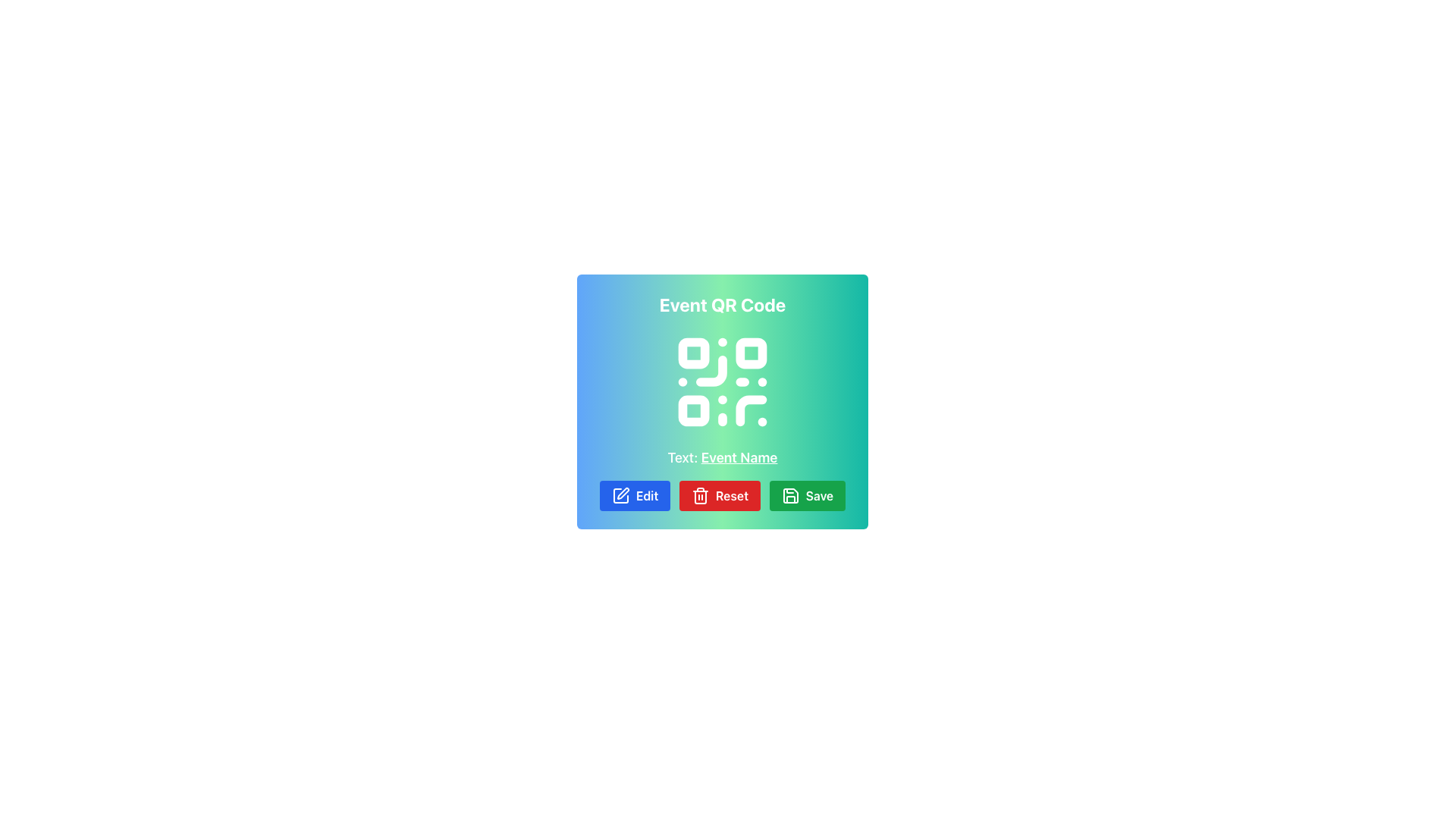 The height and width of the screenshot is (819, 1456). What do you see at coordinates (635, 496) in the screenshot?
I see `the leftmost blue button labeled 'Edit' with a pen icon` at bounding box center [635, 496].